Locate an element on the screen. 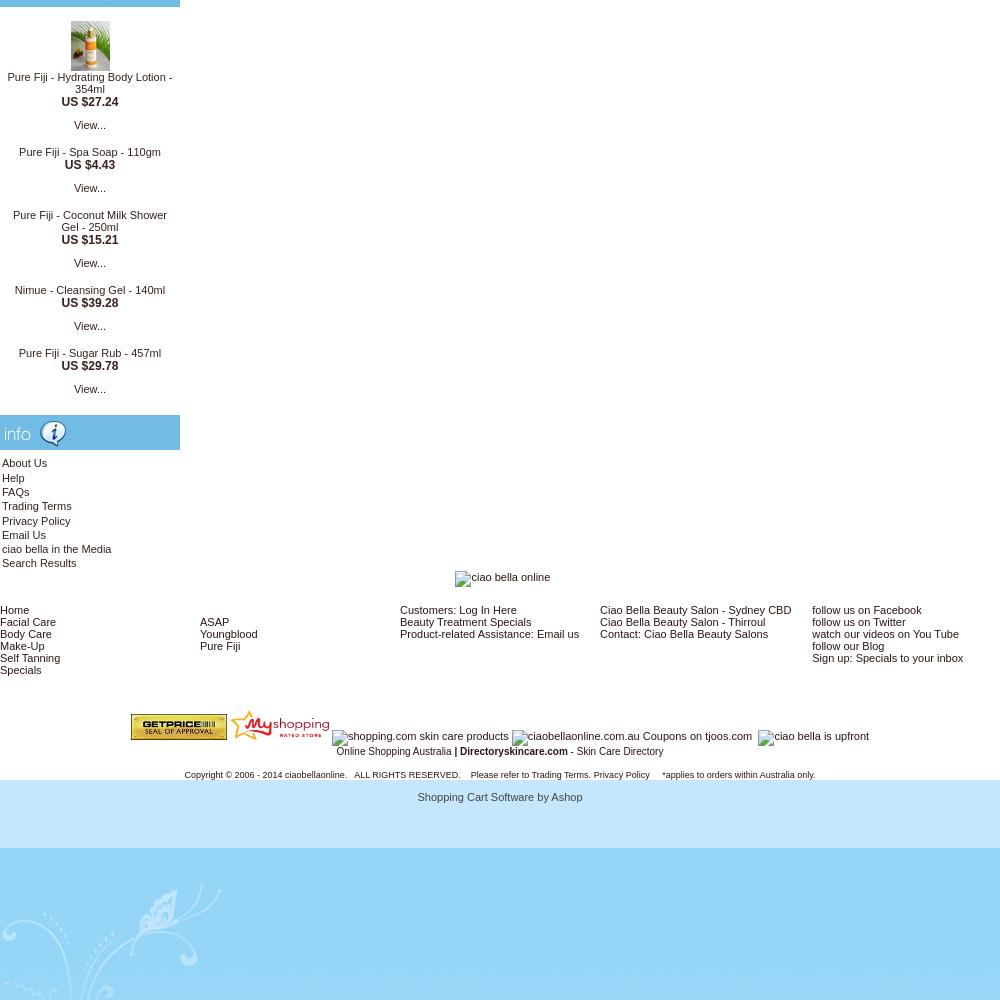 This screenshot has width=1000, height=1000. '-' is located at coordinates (570, 750).